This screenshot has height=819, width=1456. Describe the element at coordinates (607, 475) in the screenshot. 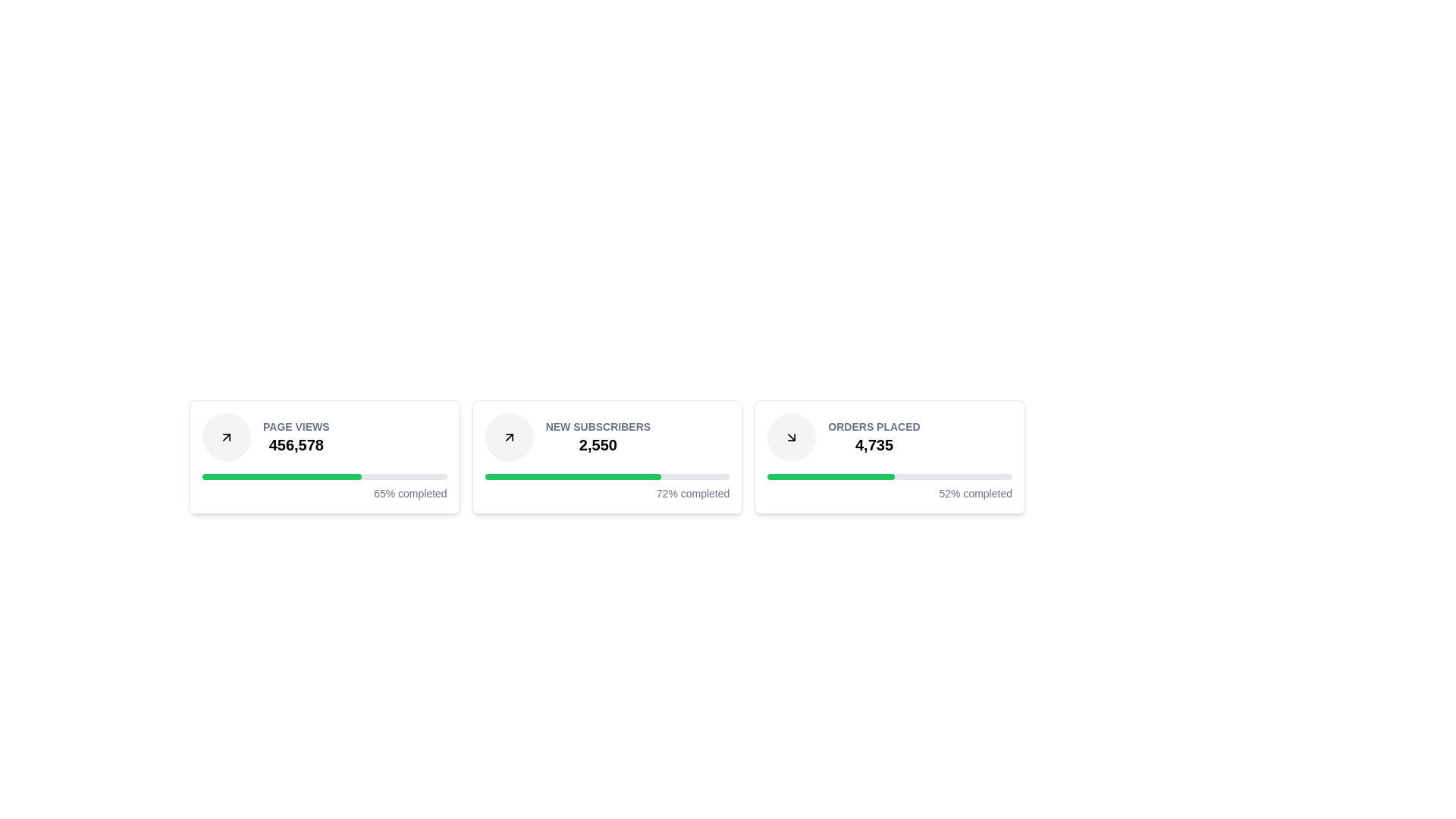

I see `the current progress value visually by checking the progress bar located in the central panel under the heading 'NEW SUBSCRIBERS', which shows 72% completion` at that location.